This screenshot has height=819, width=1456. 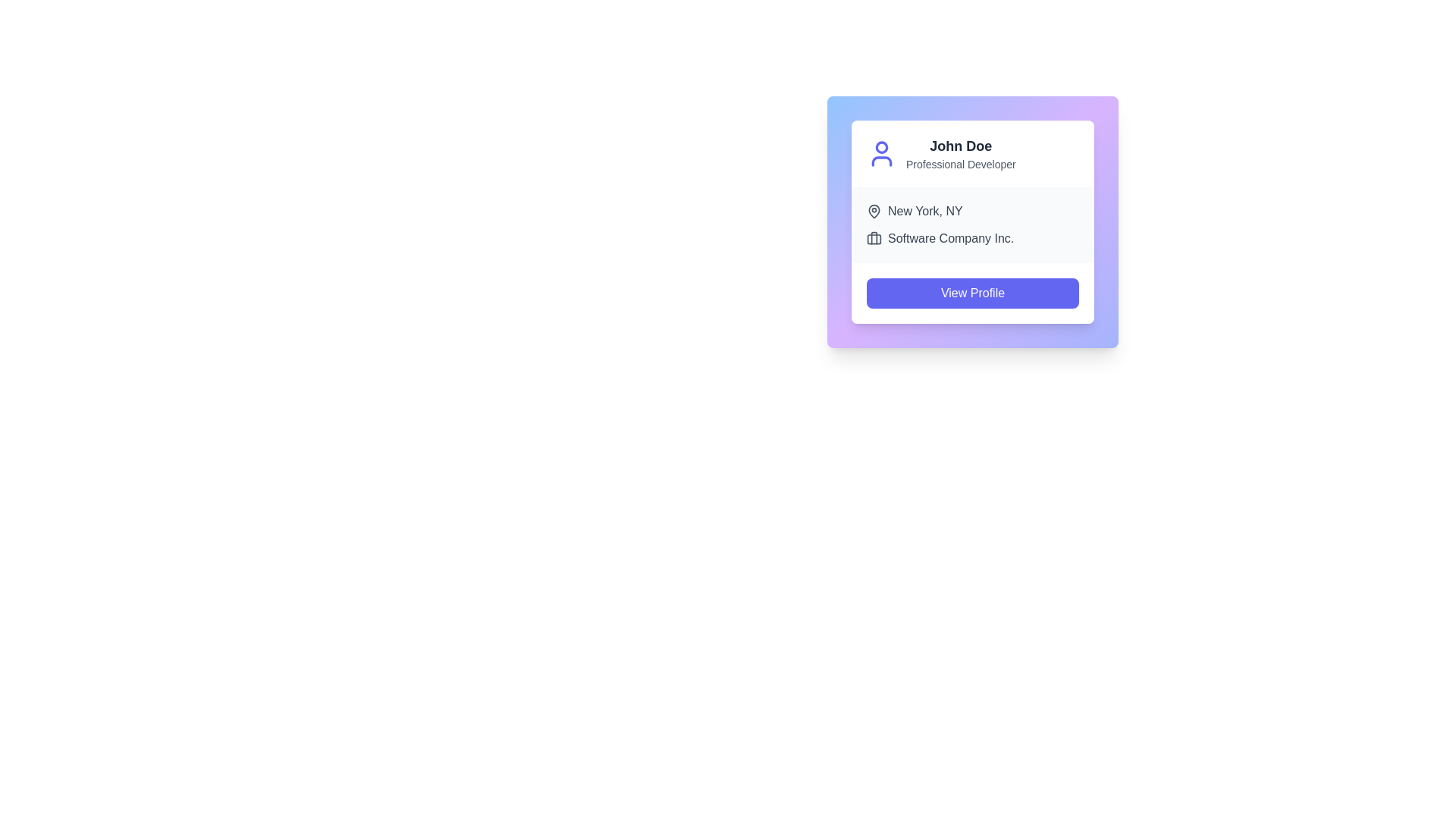 I want to click on the text label 'Professional Developer', which appears in a smaller font size and gray color beneath the bold 'John Doe' heading in the profile card component, so click(x=960, y=164).